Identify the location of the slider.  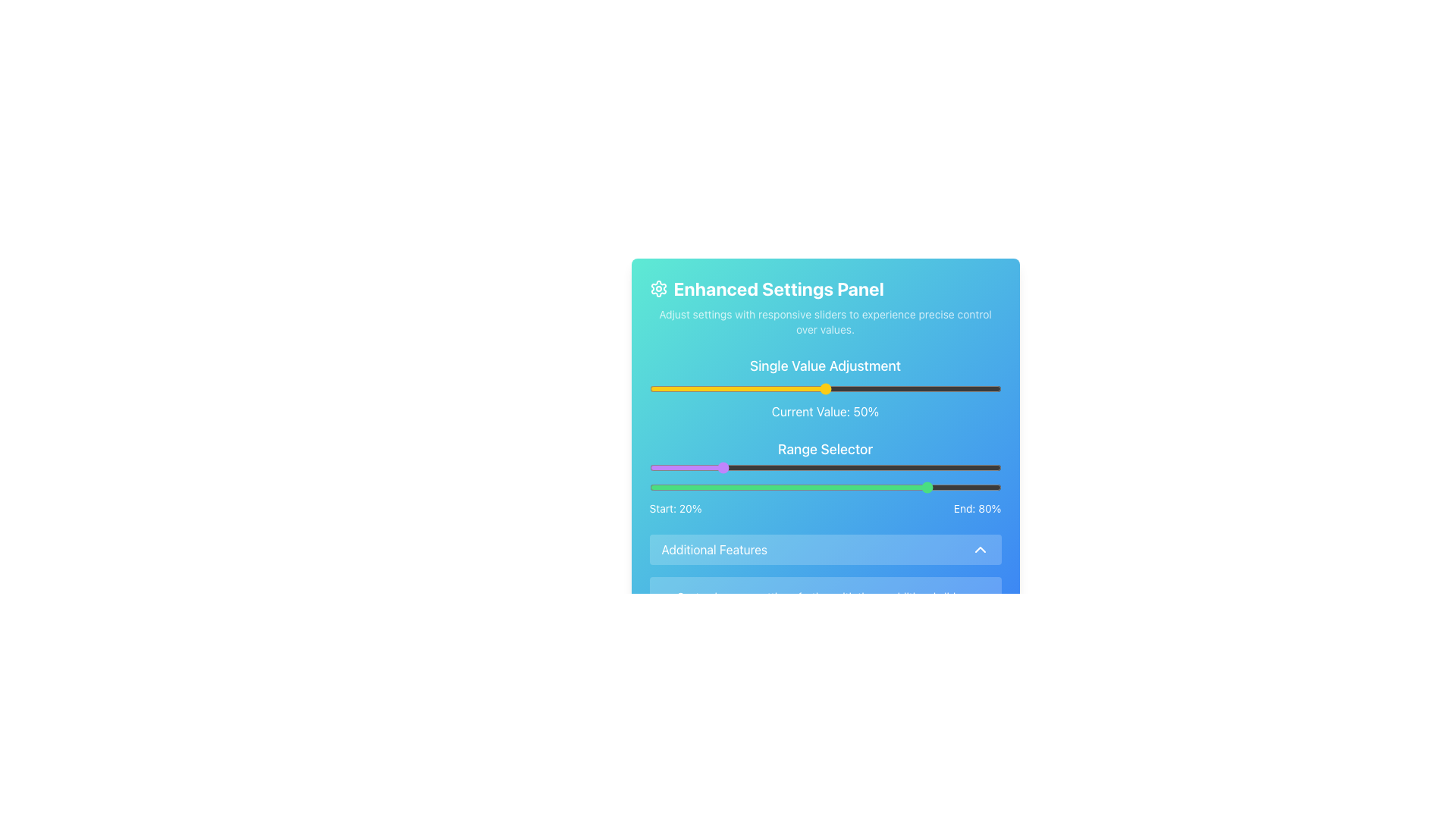
(944, 388).